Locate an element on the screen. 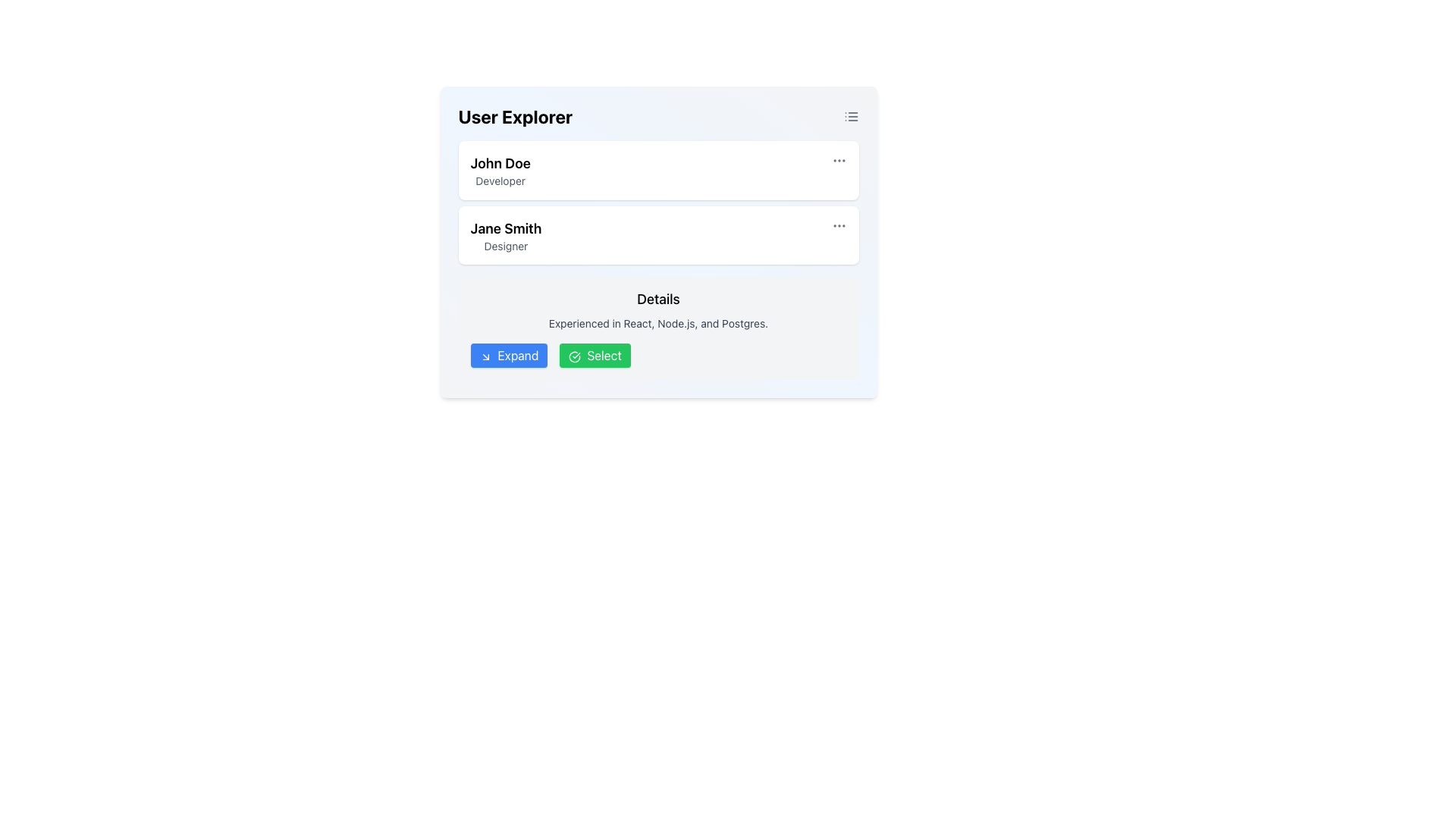  the green 'Select' button with a white checkmark icon, positioned to the right of the 'Expand' button, to observe the color change effect is located at coordinates (595, 356).